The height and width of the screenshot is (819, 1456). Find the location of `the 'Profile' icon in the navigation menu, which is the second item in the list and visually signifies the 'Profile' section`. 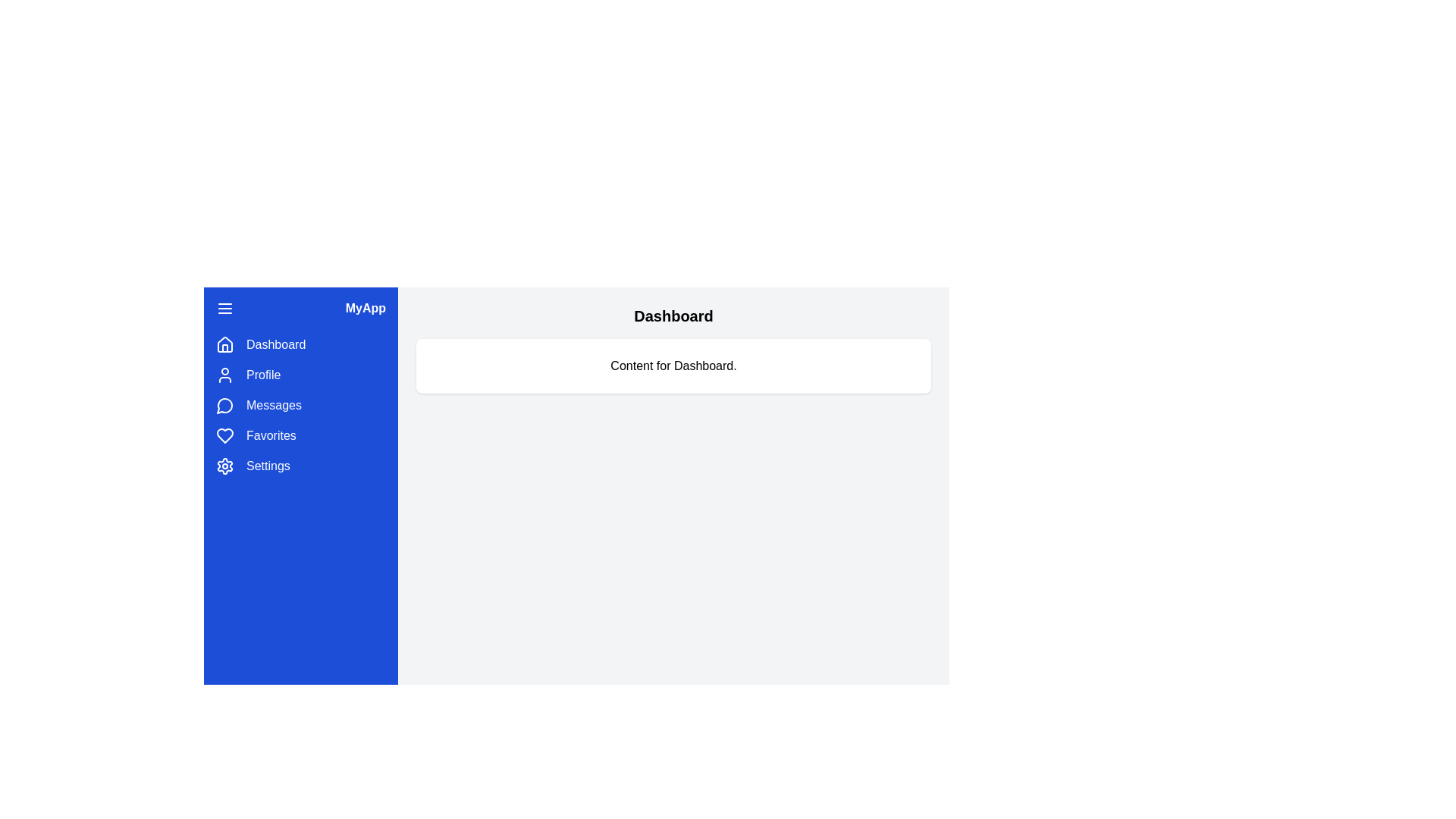

the 'Profile' icon in the navigation menu, which is the second item in the list and visually signifies the 'Profile' section is located at coordinates (224, 375).